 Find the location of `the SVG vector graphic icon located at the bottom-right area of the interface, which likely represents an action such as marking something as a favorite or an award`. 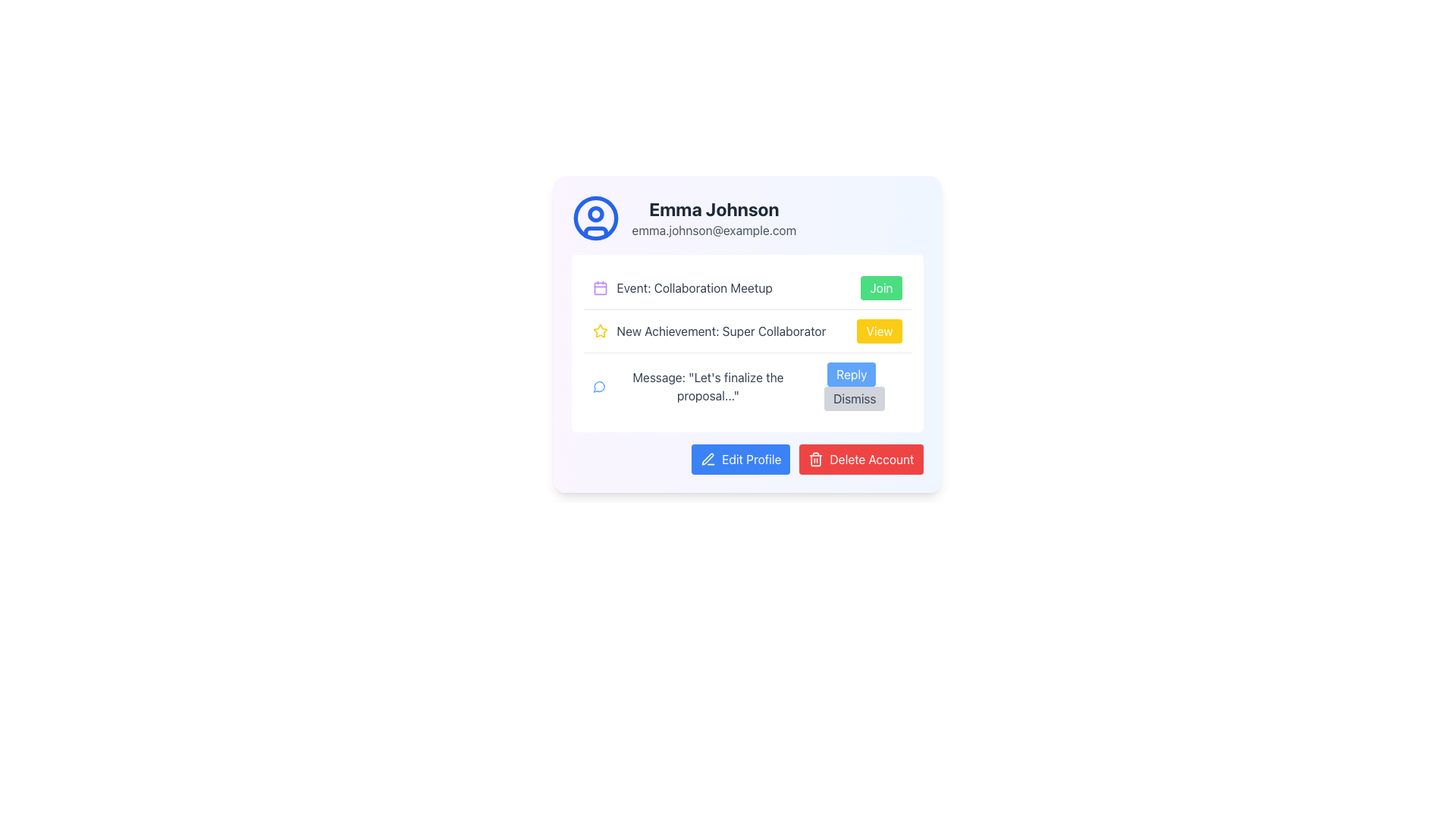

the SVG vector graphic icon located at the bottom-right area of the interface, which likely represents an action such as marking something as a favorite or an award is located at coordinates (599, 330).